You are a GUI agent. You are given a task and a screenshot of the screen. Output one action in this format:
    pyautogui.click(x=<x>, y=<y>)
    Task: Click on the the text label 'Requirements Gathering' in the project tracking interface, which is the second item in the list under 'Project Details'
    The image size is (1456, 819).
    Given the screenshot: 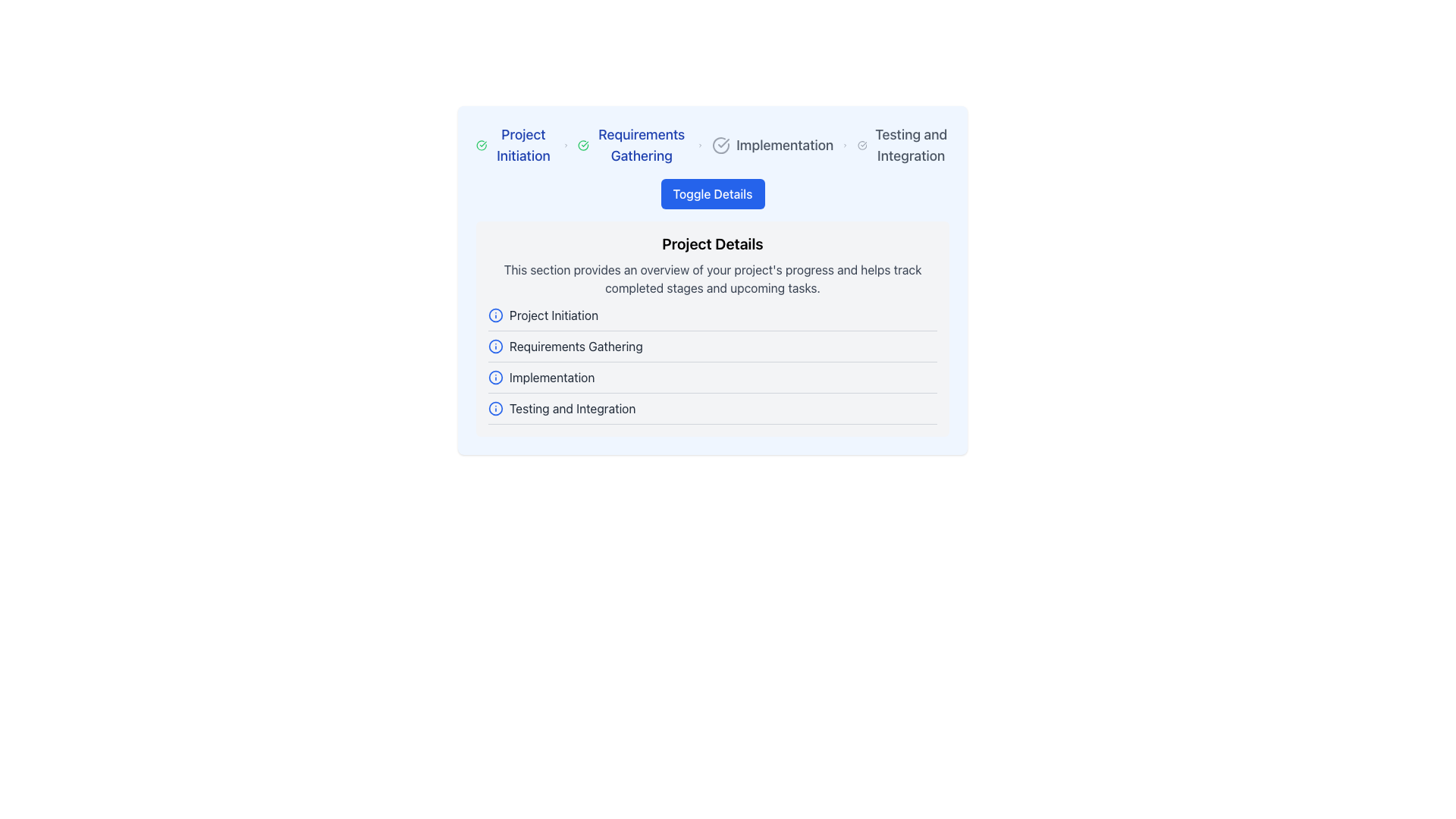 What is the action you would take?
    pyautogui.click(x=575, y=346)
    